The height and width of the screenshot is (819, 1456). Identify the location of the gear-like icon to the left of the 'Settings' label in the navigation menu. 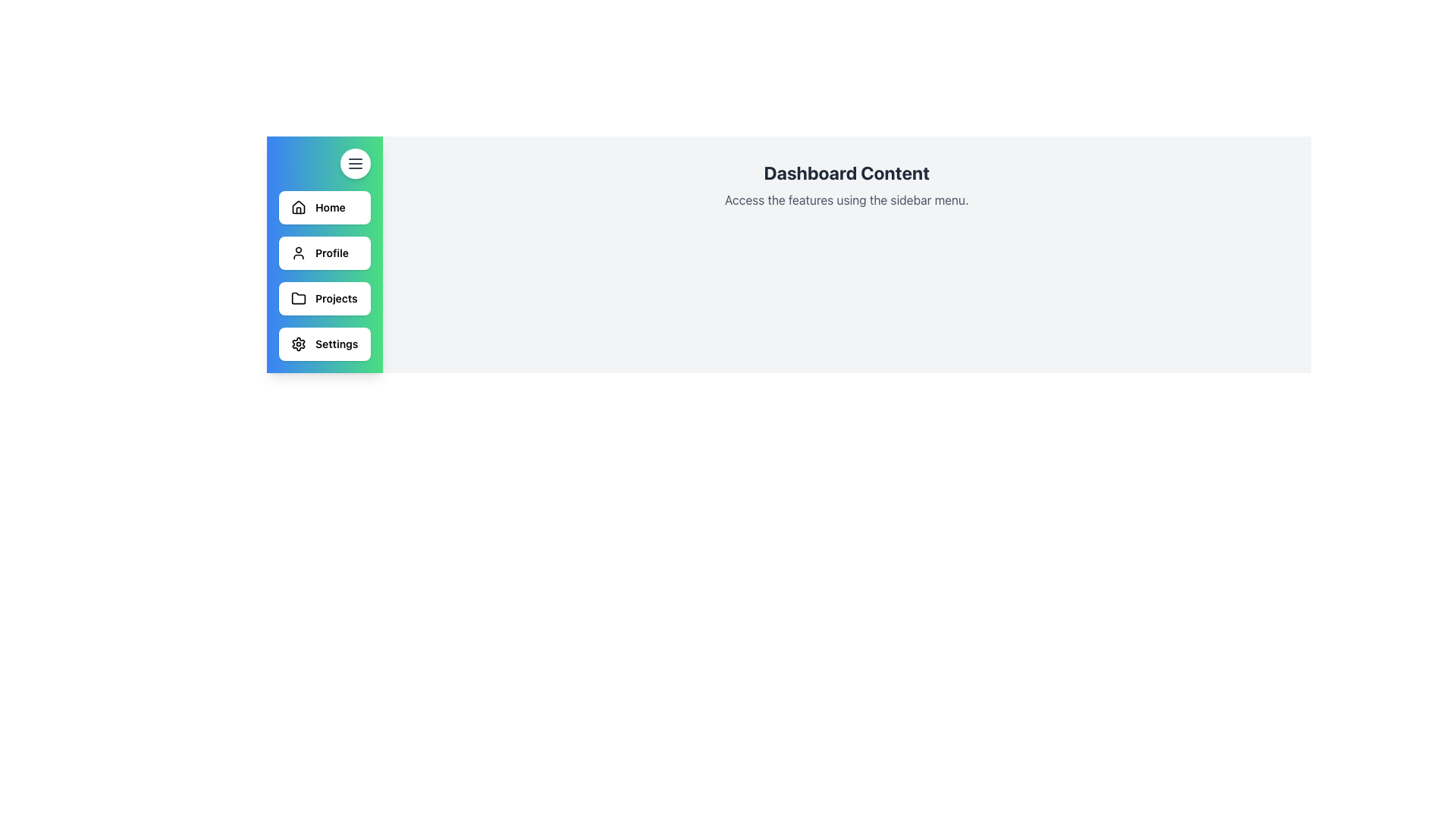
(298, 344).